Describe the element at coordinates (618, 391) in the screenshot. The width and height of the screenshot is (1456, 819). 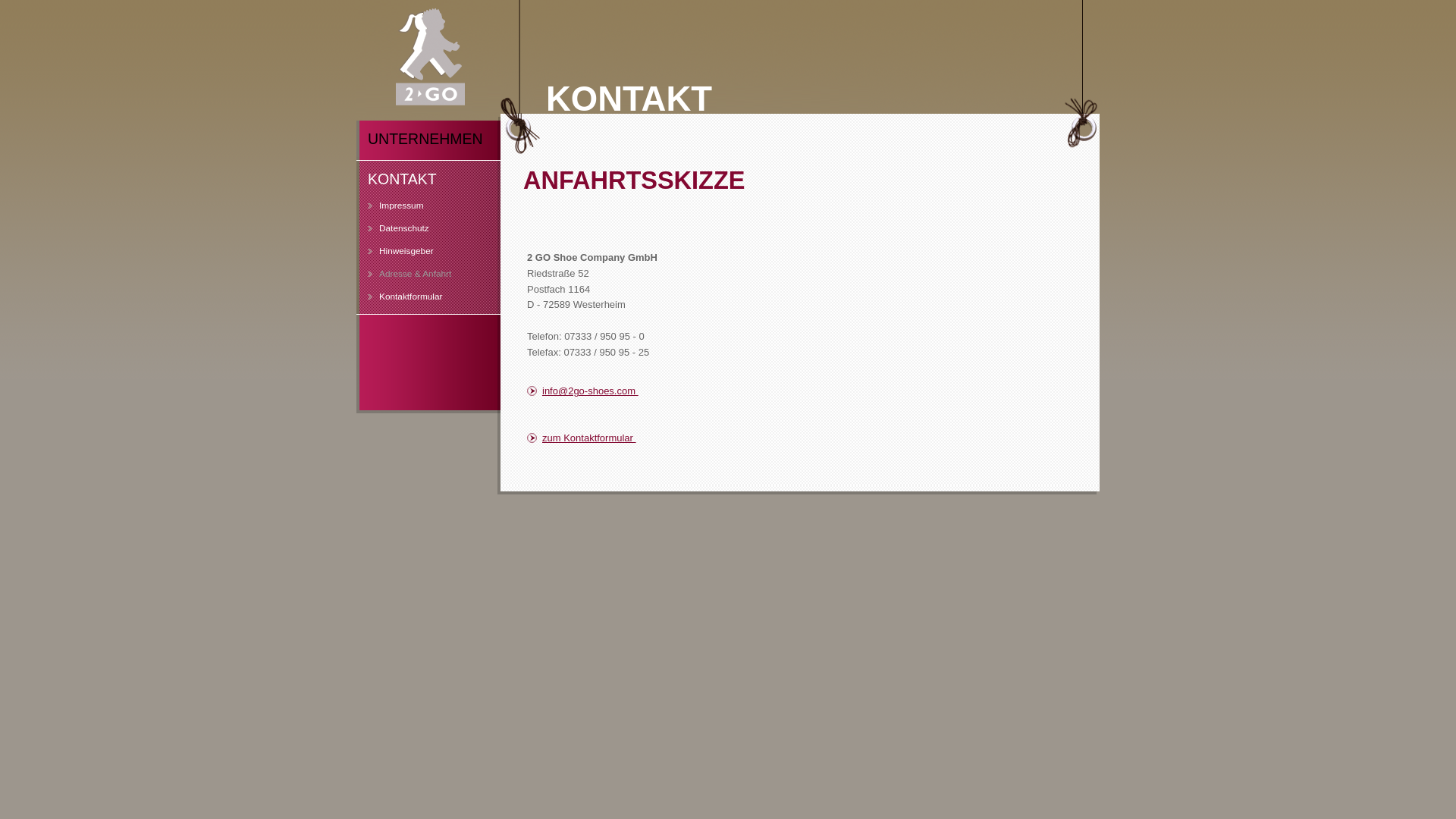
I see `'info@2go-shoes.com '` at that location.